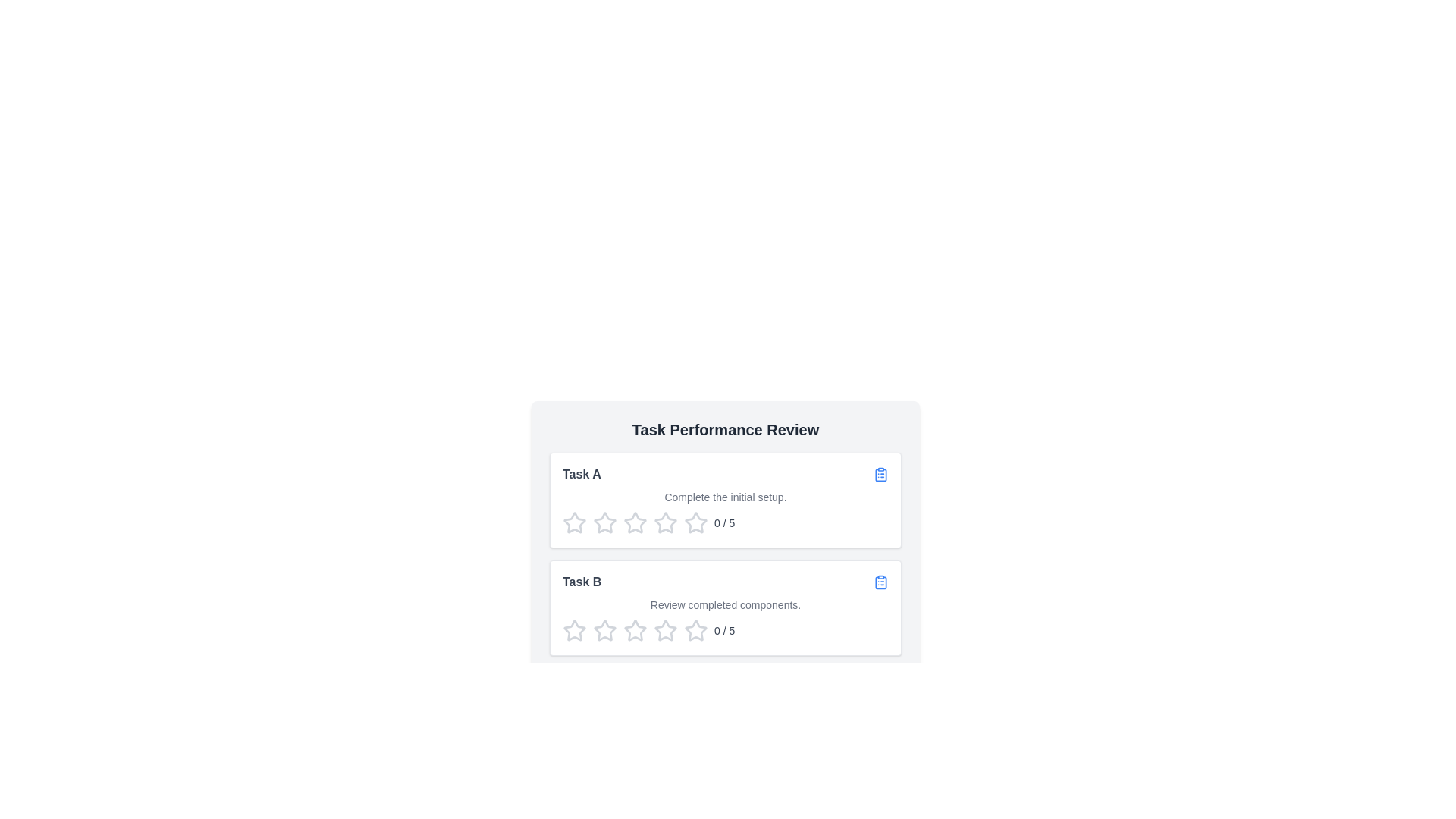  What do you see at coordinates (666, 631) in the screenshot?
I see `the fifth star icon` at bounding box center [666, 631].